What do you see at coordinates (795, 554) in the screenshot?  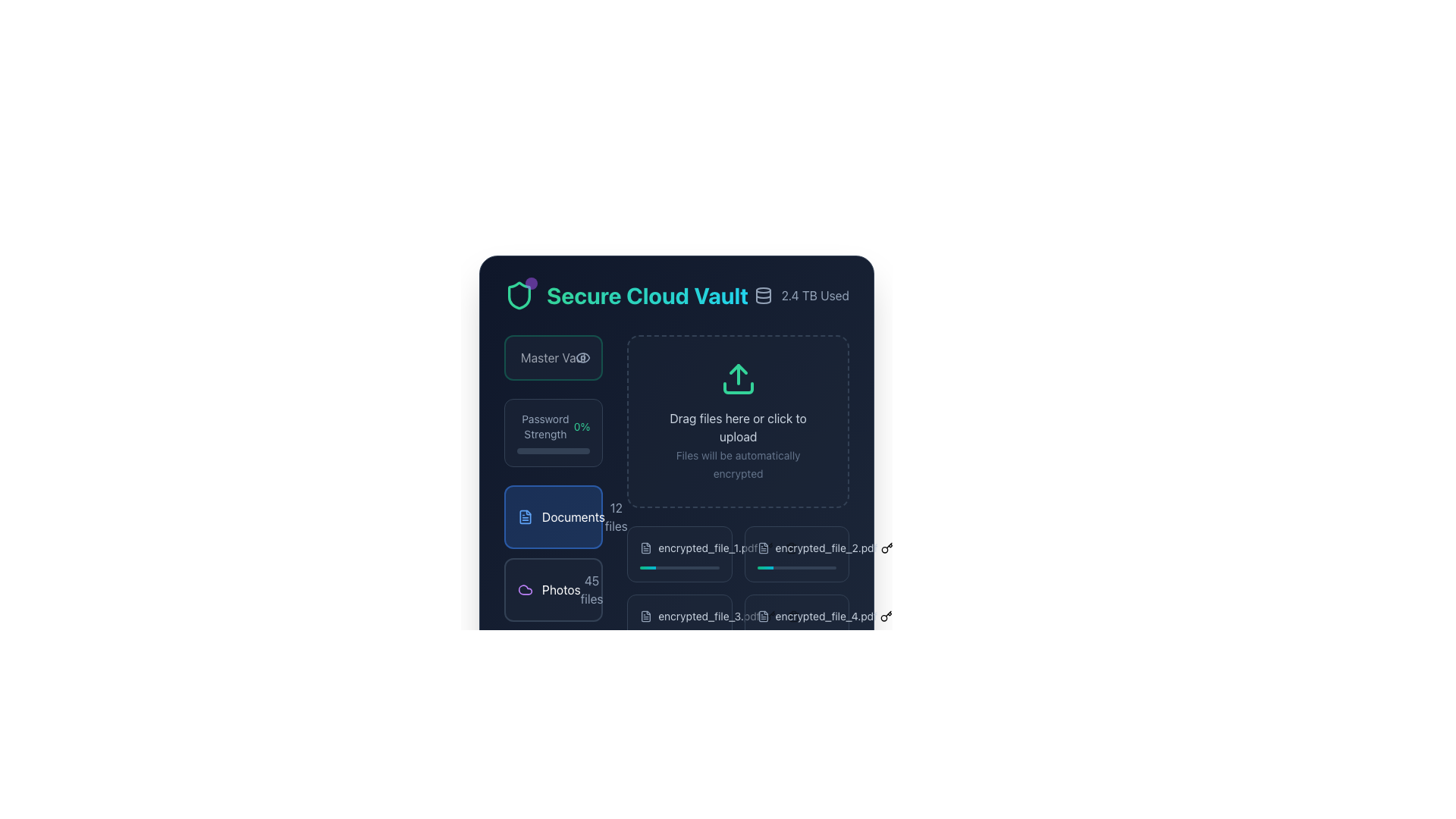 I see `the progress bar of the second file display card in the cloud storage interface to check the upload status` at bounding box center [795, 554].